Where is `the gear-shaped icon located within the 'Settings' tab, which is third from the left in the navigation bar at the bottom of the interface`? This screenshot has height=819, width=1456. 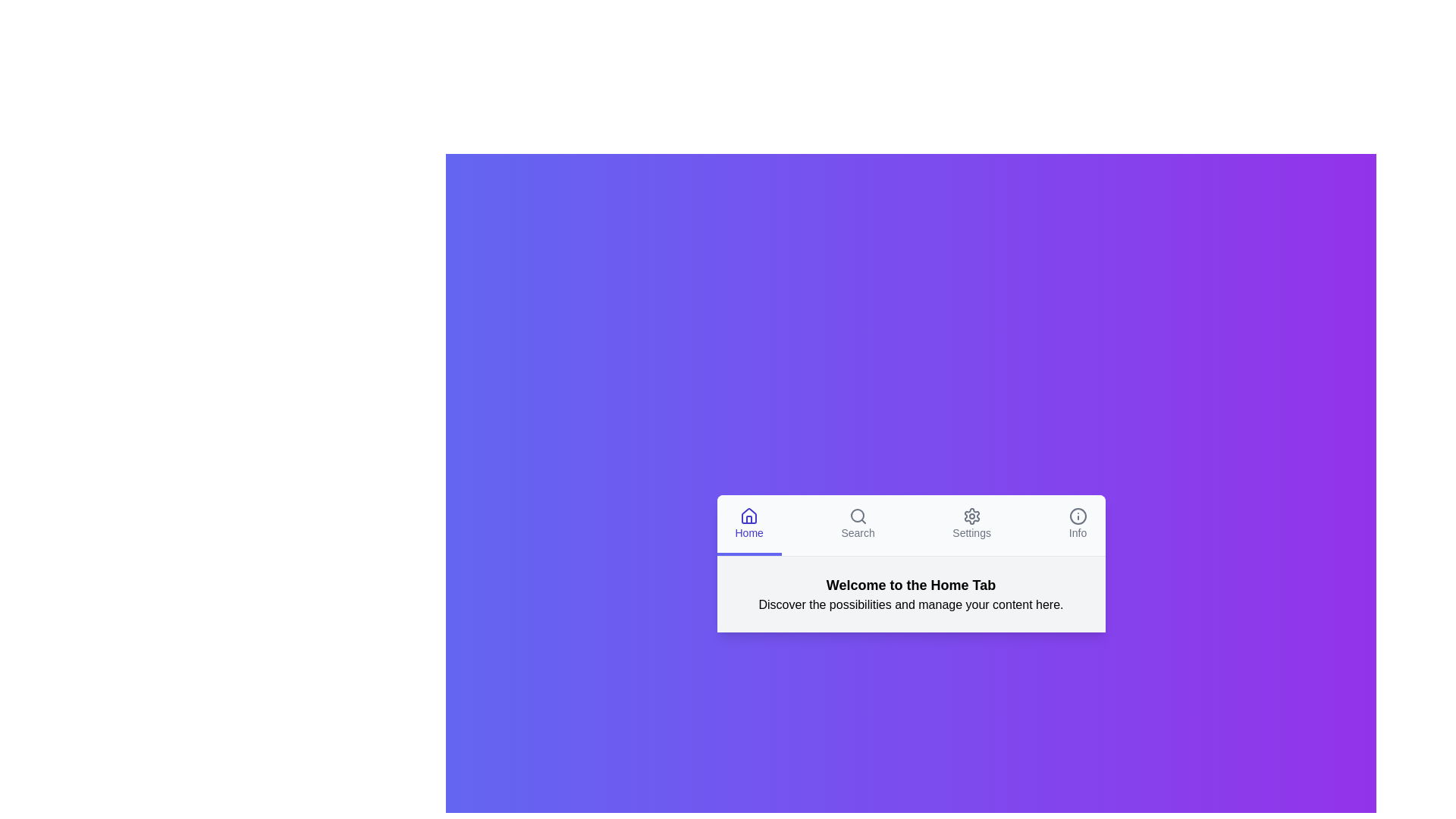 the gear-shaped icon located within the 'Settings' tab, which is third from the left in the navigation bar at the bottom of the interface is located at coordinates (971, 515).